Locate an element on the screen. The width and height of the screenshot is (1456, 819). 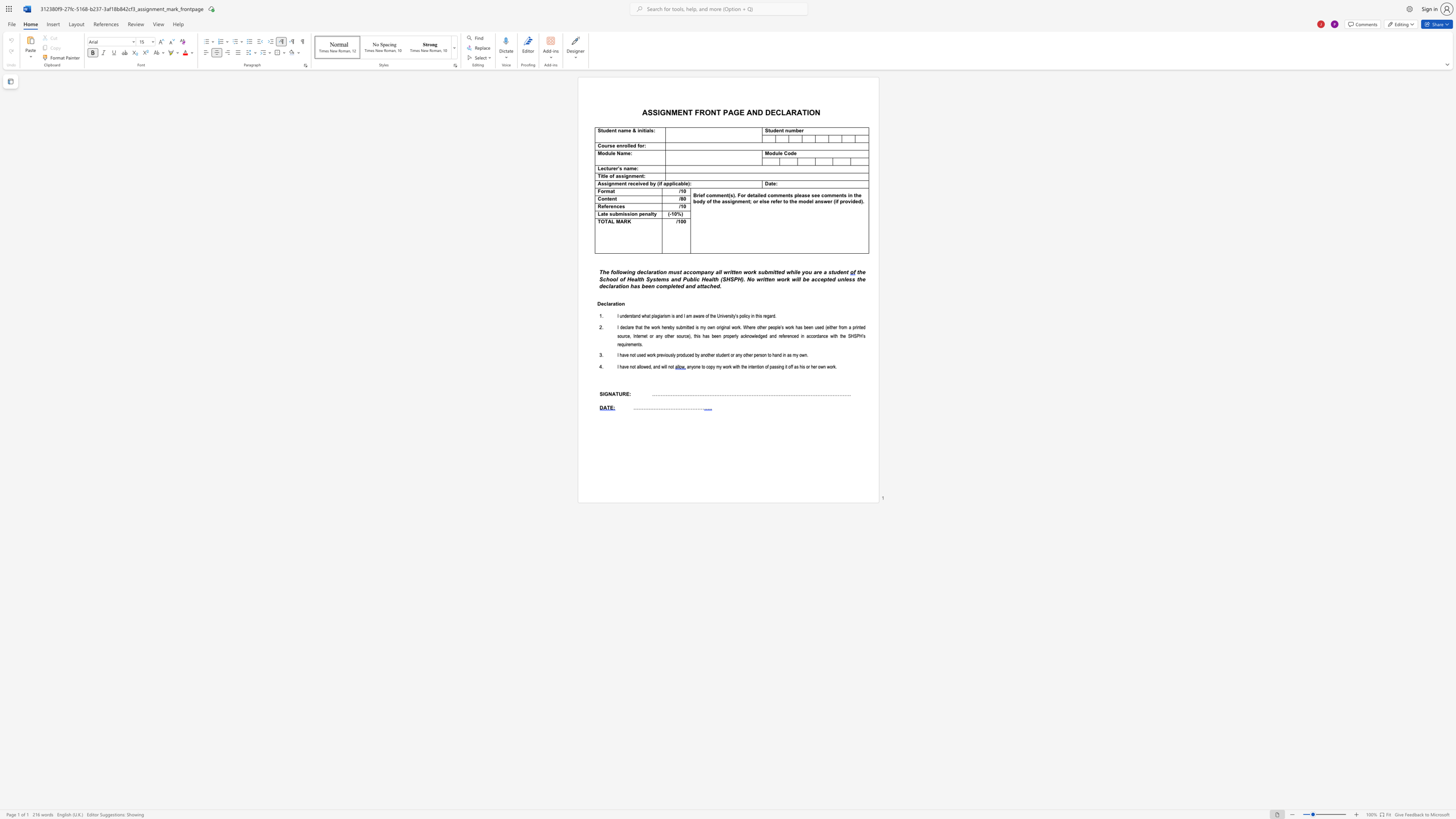
the subset text "ber" within the text "Student number" is located at coordinates (795, 130).